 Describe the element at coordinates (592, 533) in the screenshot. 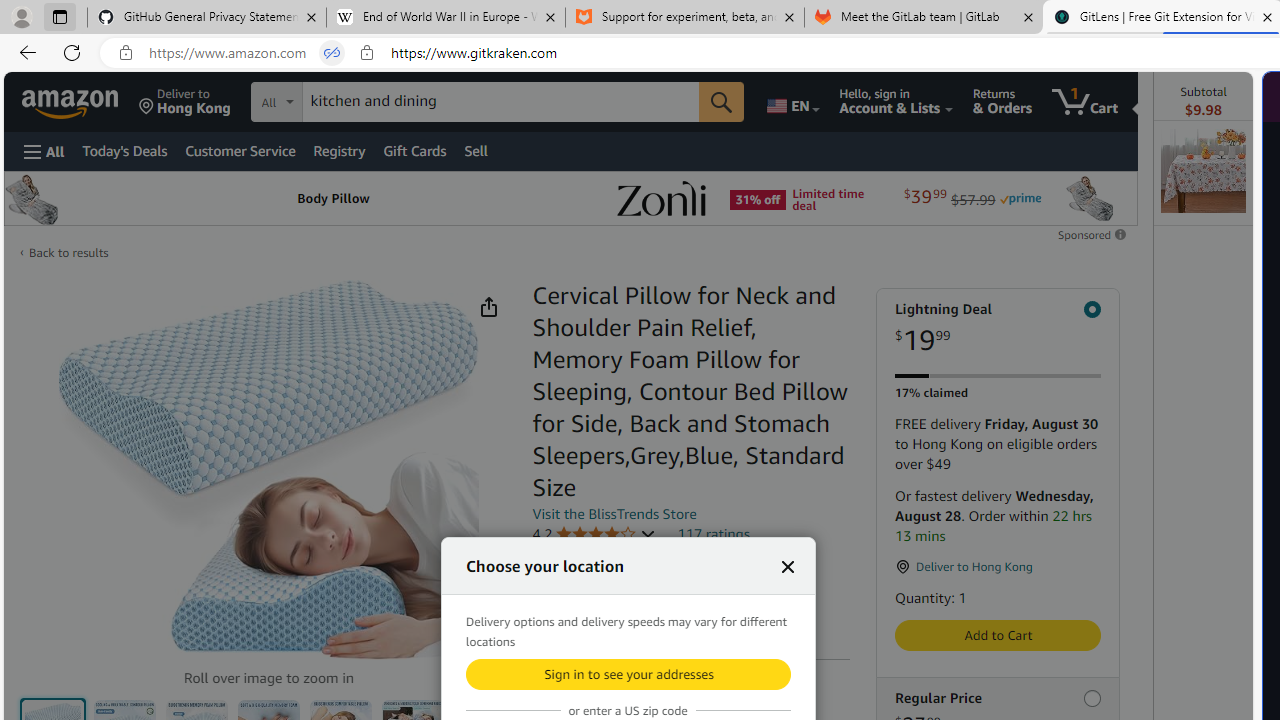

I see `'4.2 4.2 out of 5 stars'` at that location.